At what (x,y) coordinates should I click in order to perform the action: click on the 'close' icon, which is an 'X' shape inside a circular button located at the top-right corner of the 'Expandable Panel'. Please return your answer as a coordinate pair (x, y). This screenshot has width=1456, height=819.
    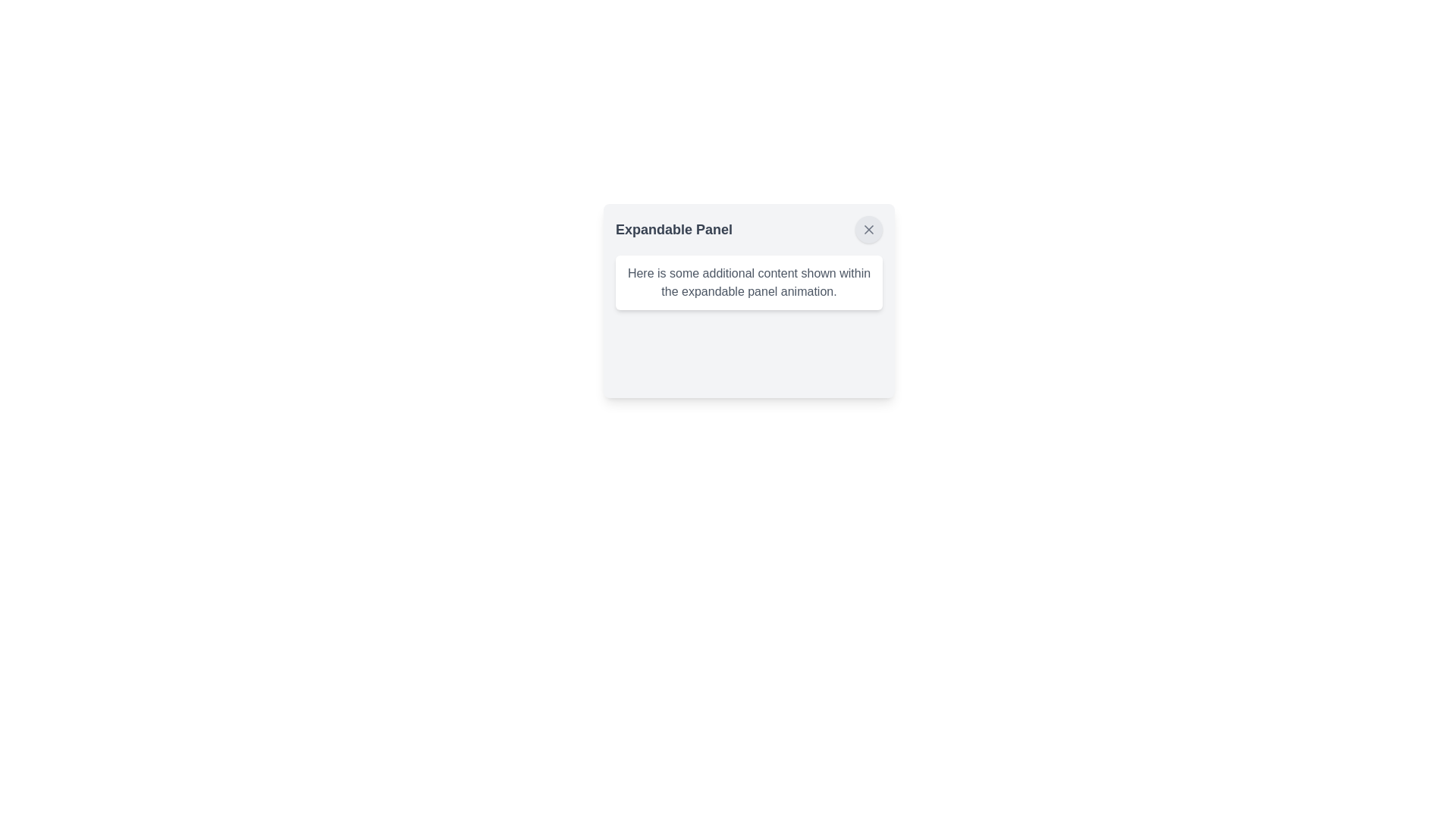
    Looking at the image, I should click on (869, 230).